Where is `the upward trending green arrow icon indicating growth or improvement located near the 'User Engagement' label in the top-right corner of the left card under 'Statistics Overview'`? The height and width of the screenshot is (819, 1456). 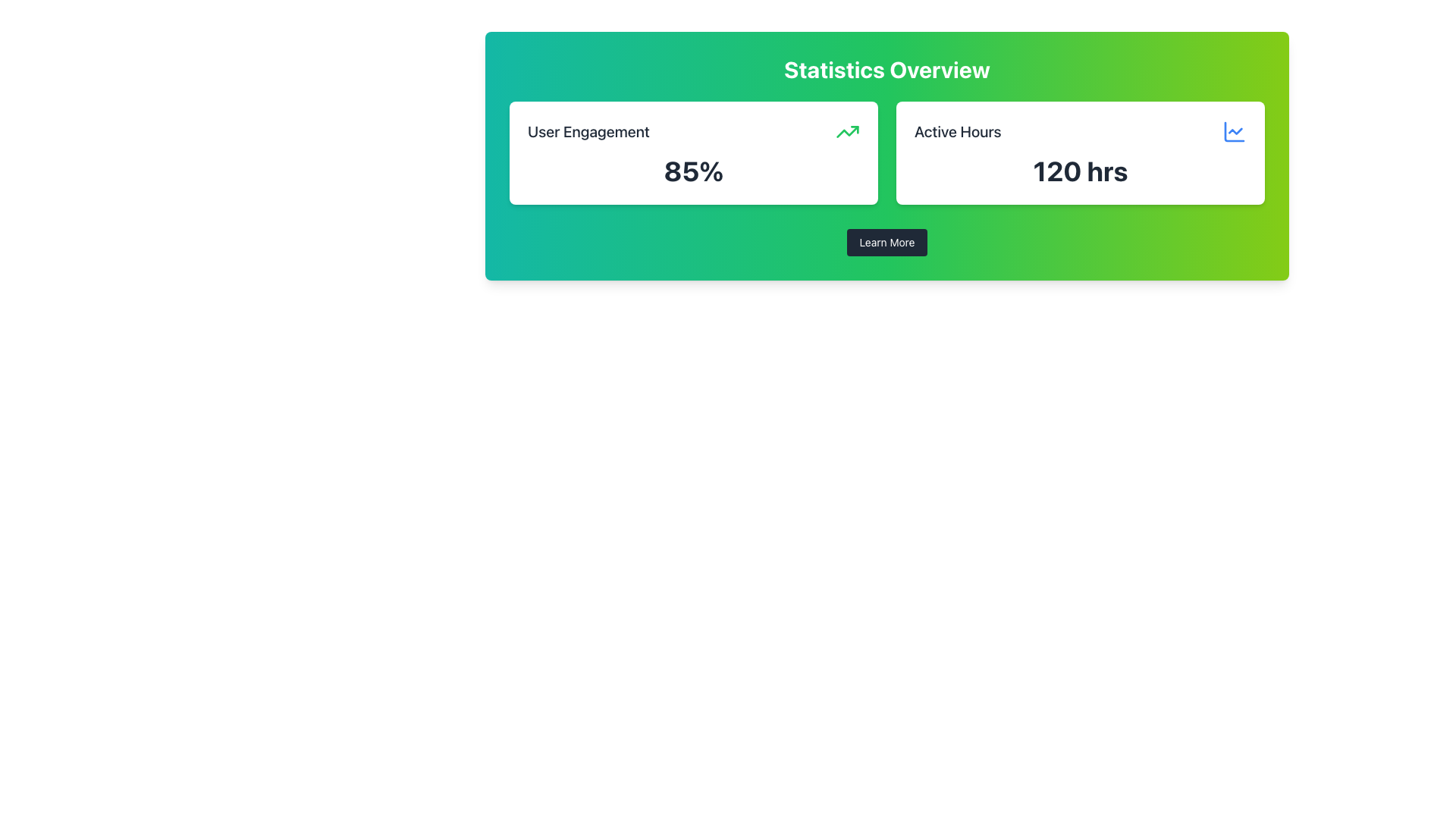 the upward trending green arrow icon indicating growth or improvement located near the 'User Engagement' label in the top-right corner of the left card under 'Statistics Overview' is located at coordinates (847, 130).